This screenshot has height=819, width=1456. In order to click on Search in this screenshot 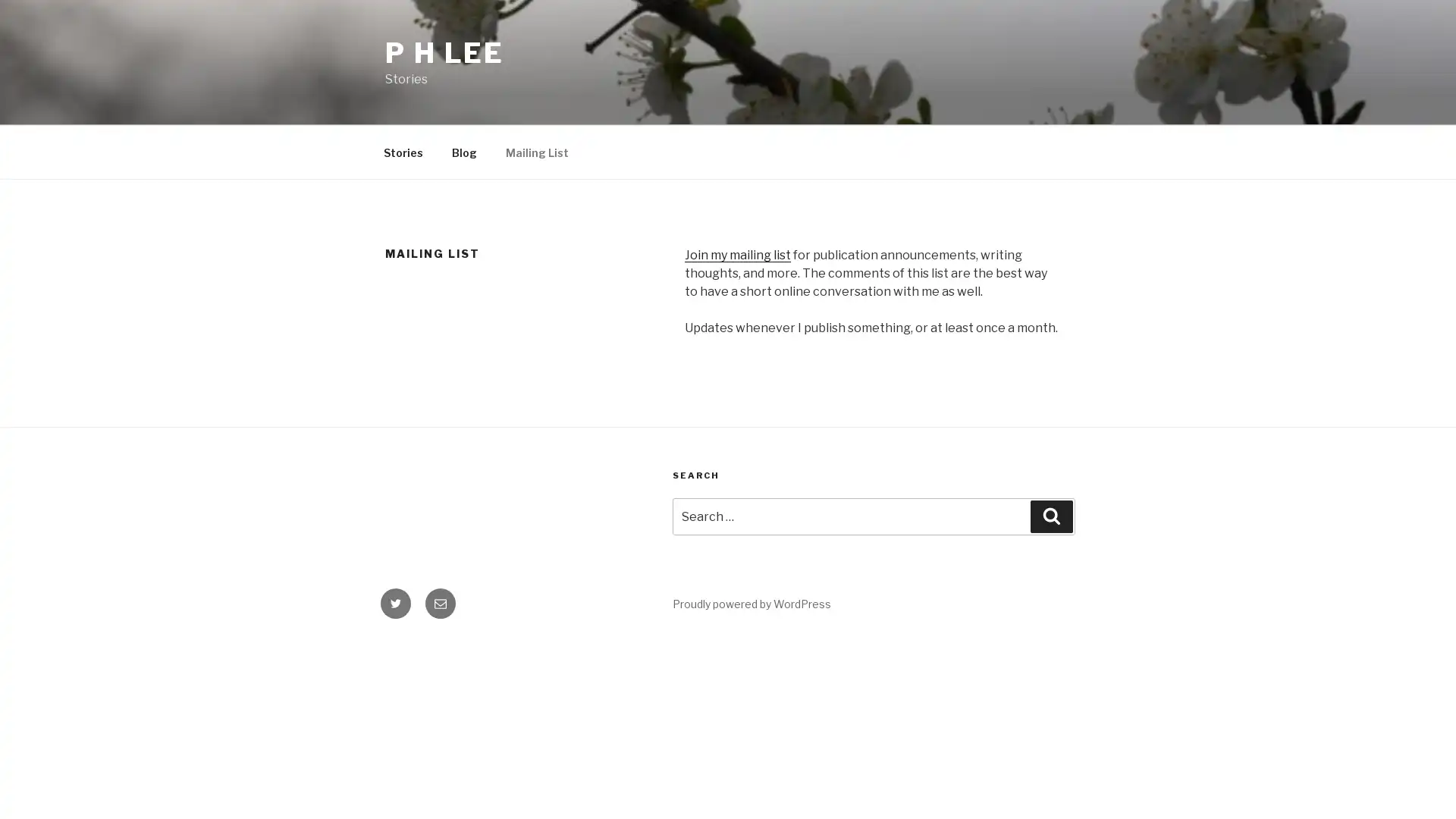, I will do `click(1051, 516)`.